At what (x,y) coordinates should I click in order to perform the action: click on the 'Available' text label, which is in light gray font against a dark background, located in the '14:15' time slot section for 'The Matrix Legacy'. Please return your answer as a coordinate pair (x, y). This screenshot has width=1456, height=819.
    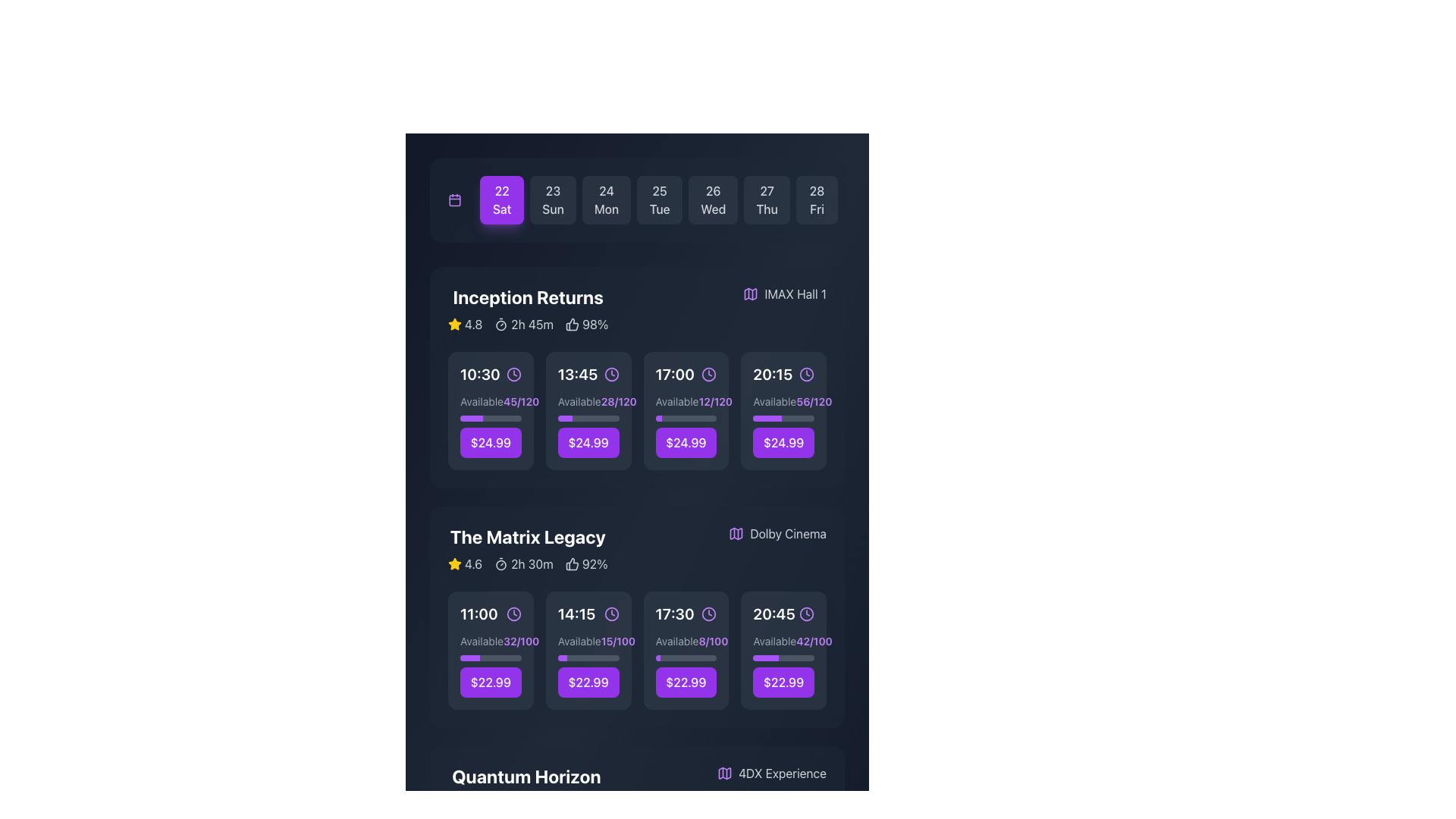
    Looking at the image, I should click on (579, 641).